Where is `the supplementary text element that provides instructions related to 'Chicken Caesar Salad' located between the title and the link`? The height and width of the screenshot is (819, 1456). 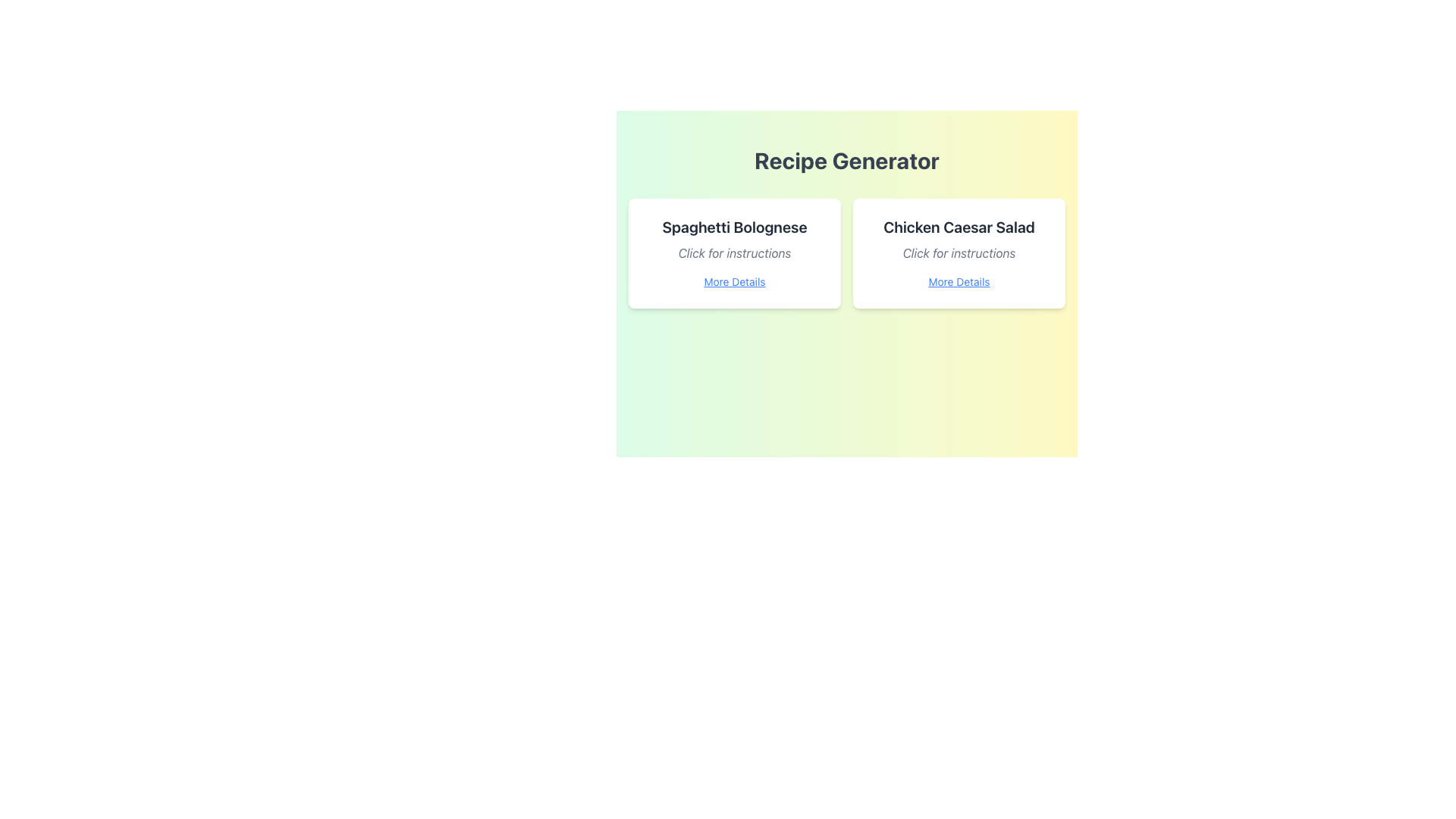 the supplementary text element that provides instructions related to 'Chicken Caesar Salad' located between the title and the link is located at coordinates (959, 253).